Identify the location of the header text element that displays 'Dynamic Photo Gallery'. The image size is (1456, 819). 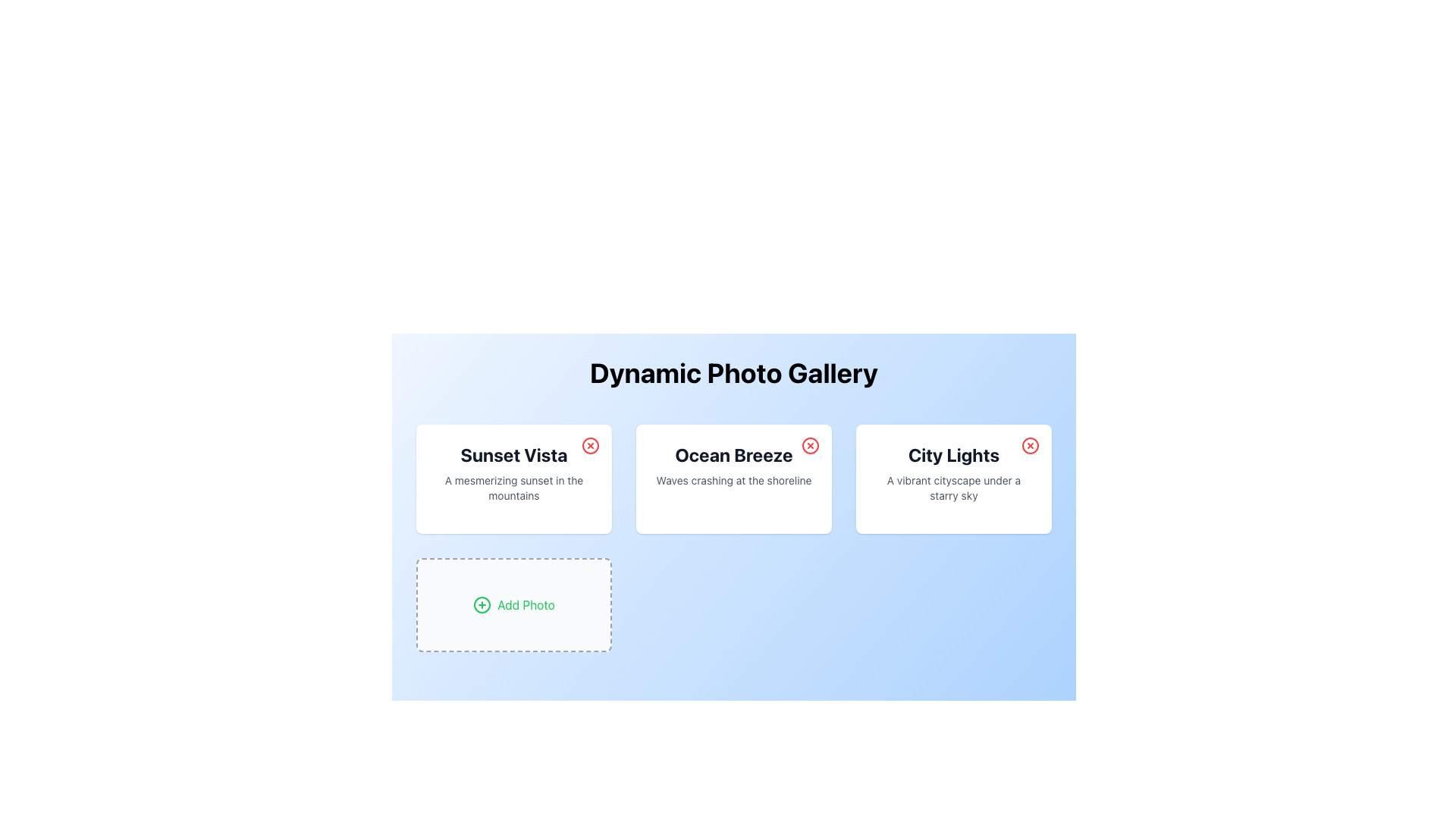
(734, 373).